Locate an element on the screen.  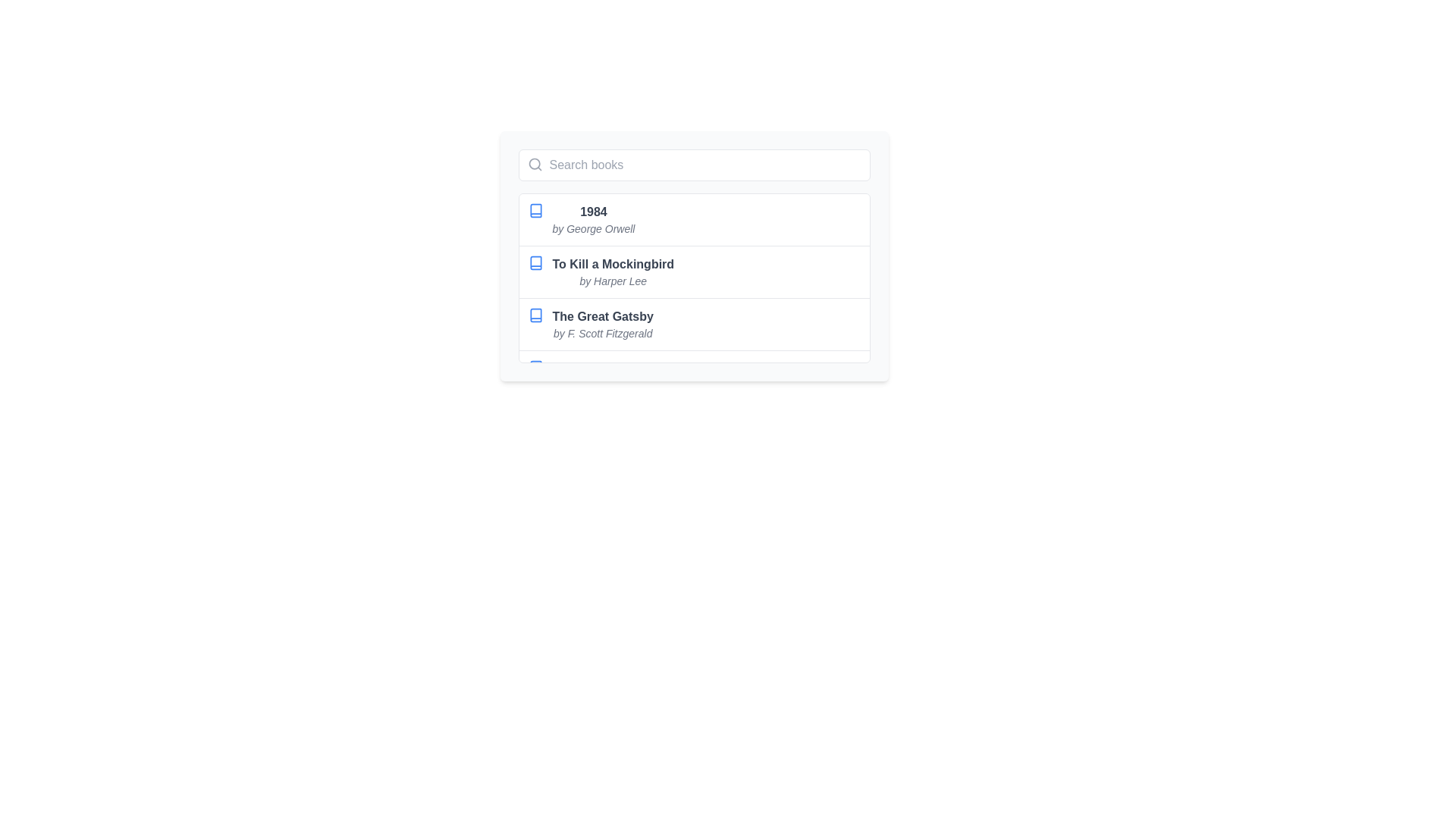
the text label displaying 'The Great Gatsby' is located at coordinates (602, 315).